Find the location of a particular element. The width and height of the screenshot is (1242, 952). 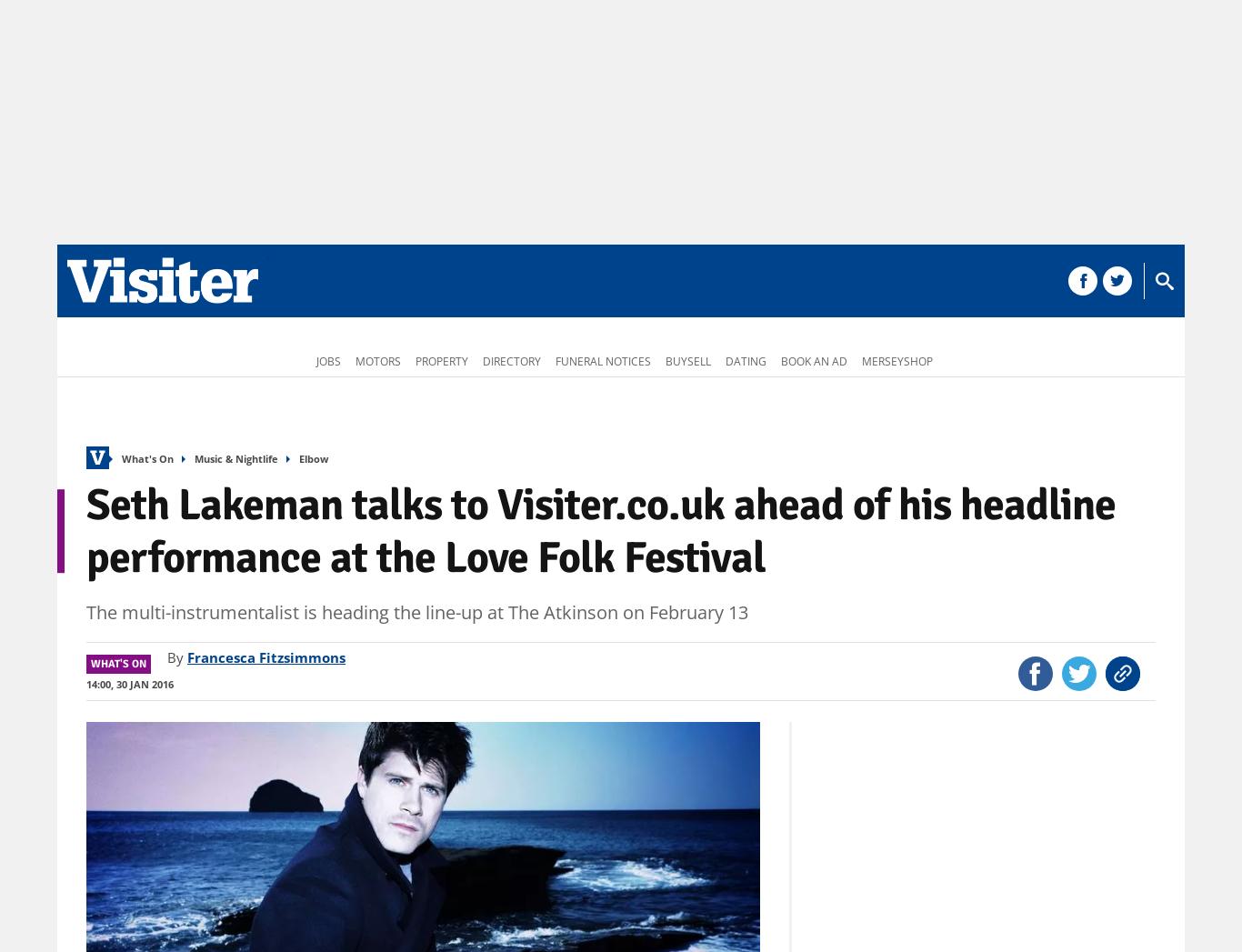

'More' is located at coordinates (806, 281).